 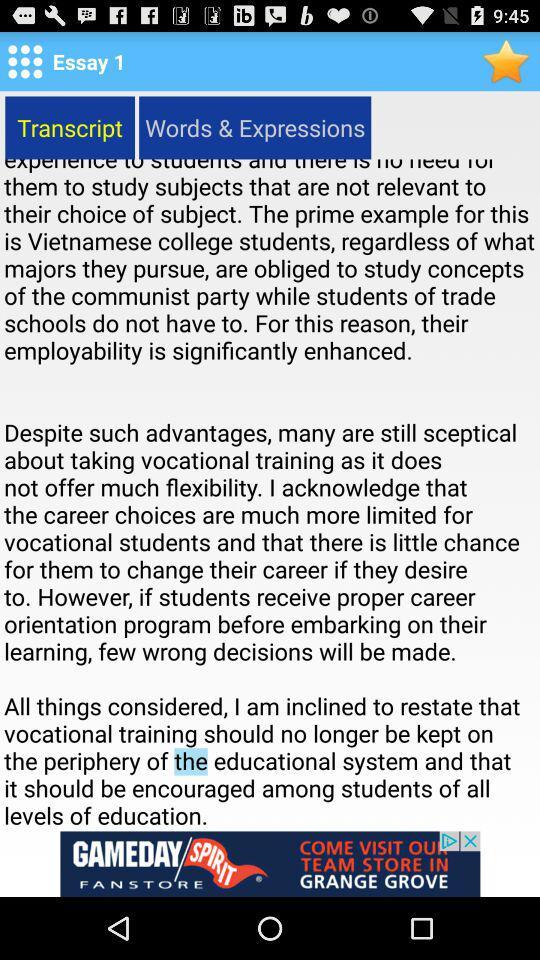 What do you see at coordinates (507, 65) in the screenshot?
I see `the star icon` at bounding box center [507, 65].